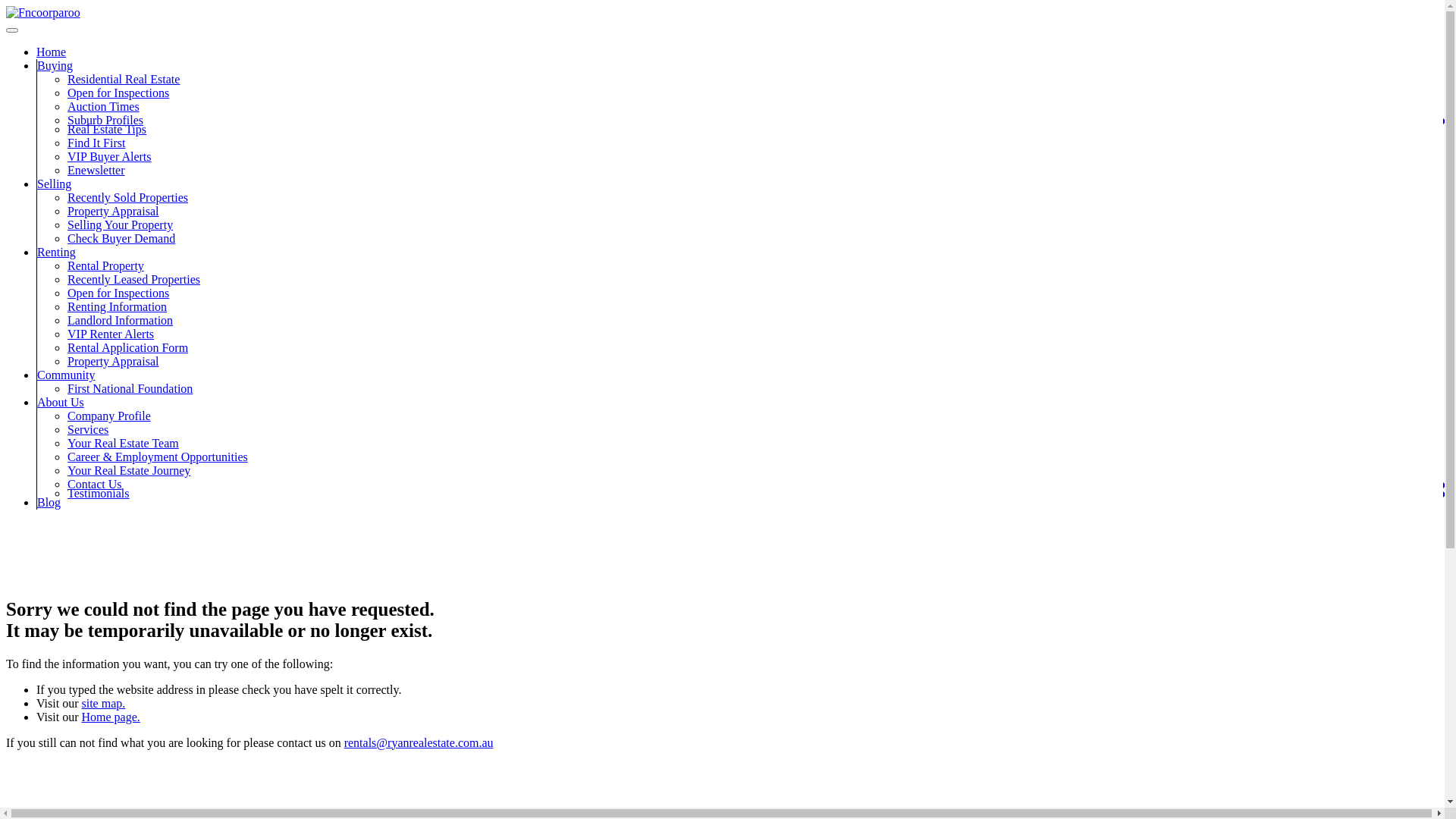  What do you see at coordinates (93, 484) in the screenshot?
I see `'Contact Us'` at bounding box center [93, 484].